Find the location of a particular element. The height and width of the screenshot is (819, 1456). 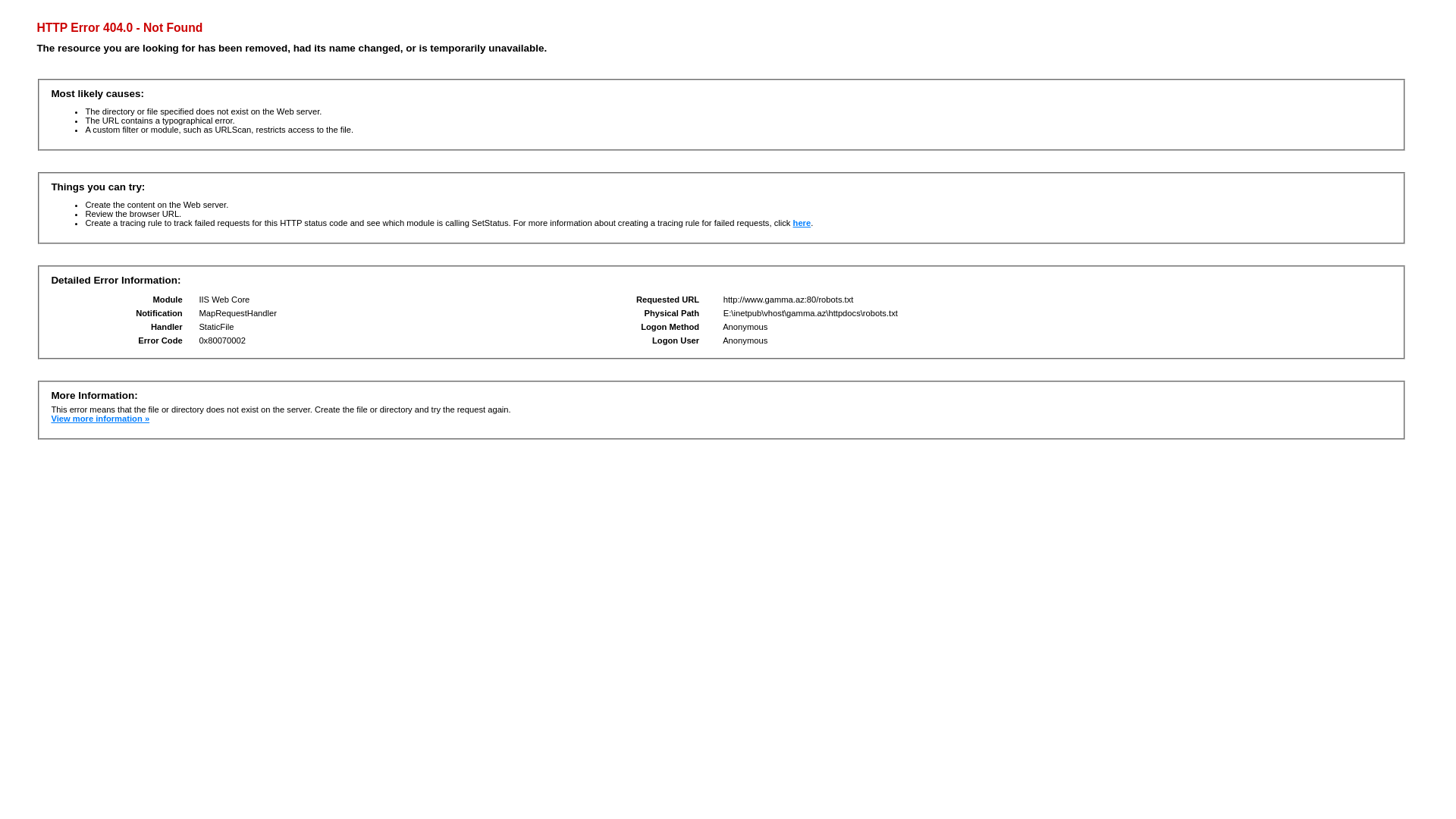

'here' is located at coordinates (801, 222).